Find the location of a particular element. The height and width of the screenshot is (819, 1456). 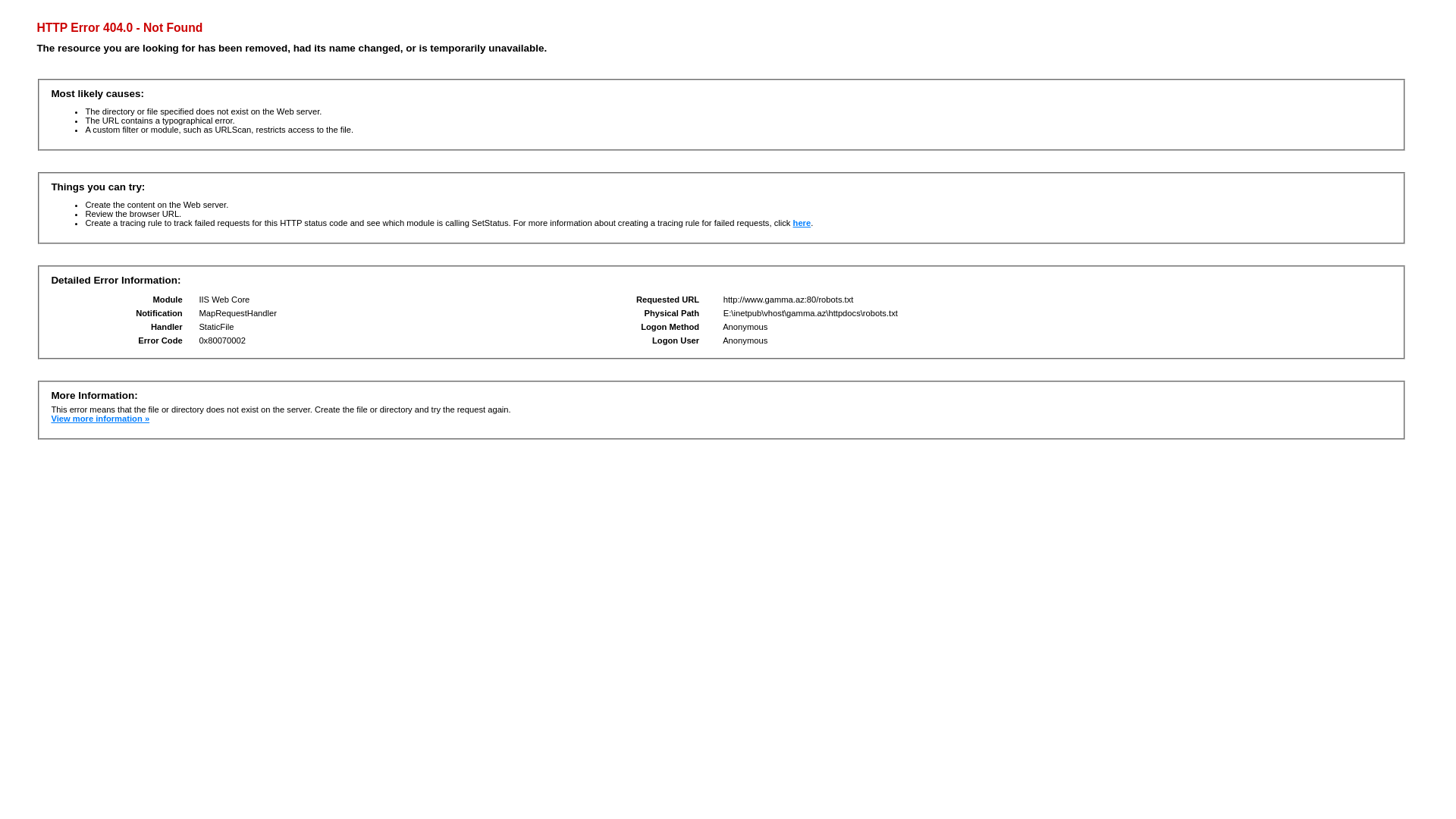

'here' is located at coordinates (801, 222).